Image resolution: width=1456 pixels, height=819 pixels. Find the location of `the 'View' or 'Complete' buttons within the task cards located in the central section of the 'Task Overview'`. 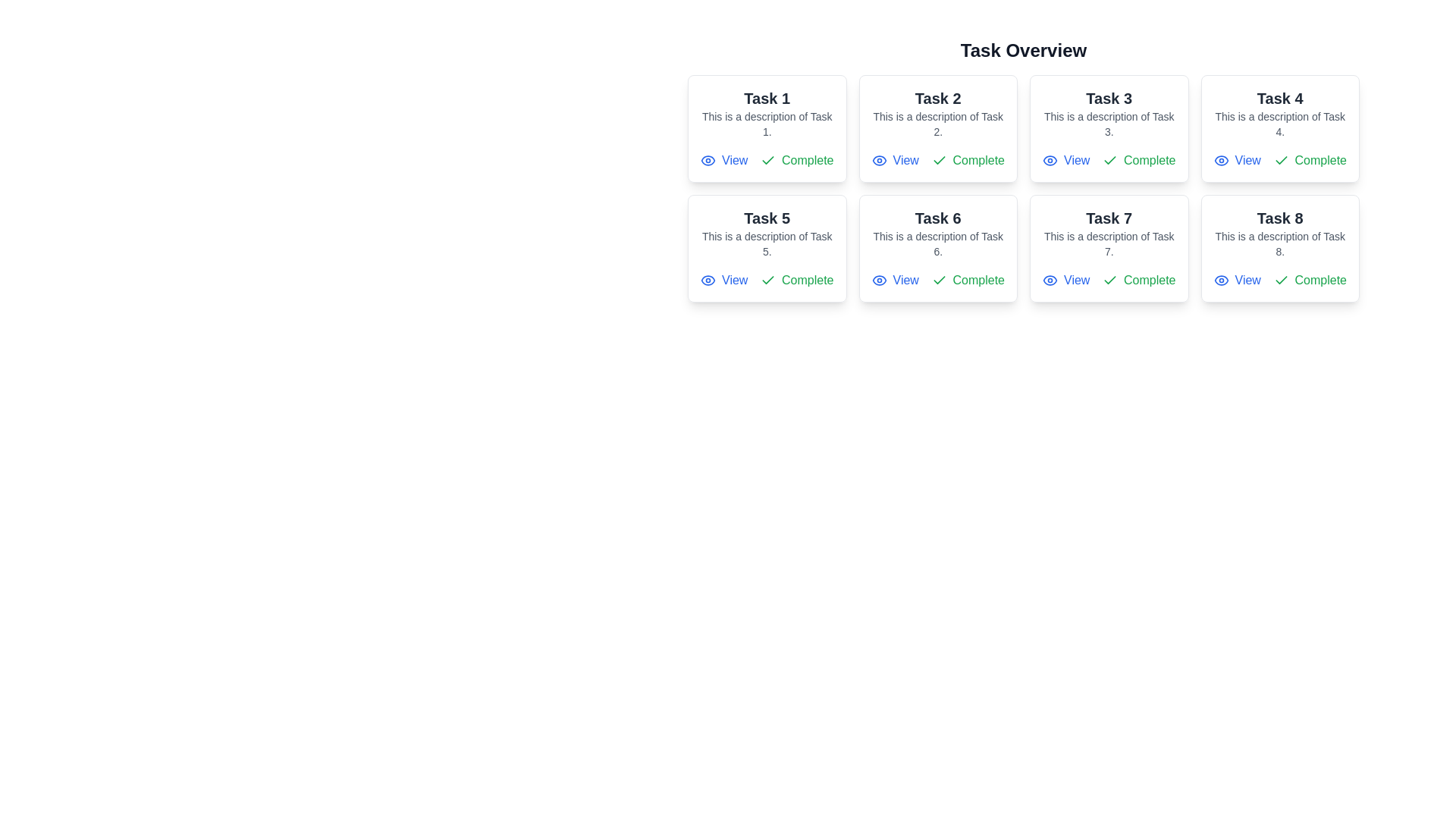

the 'View' or 'Complete' buttons within the task cards located in the central section of the 'Task Overview' is located at coordinates (1023, 170).